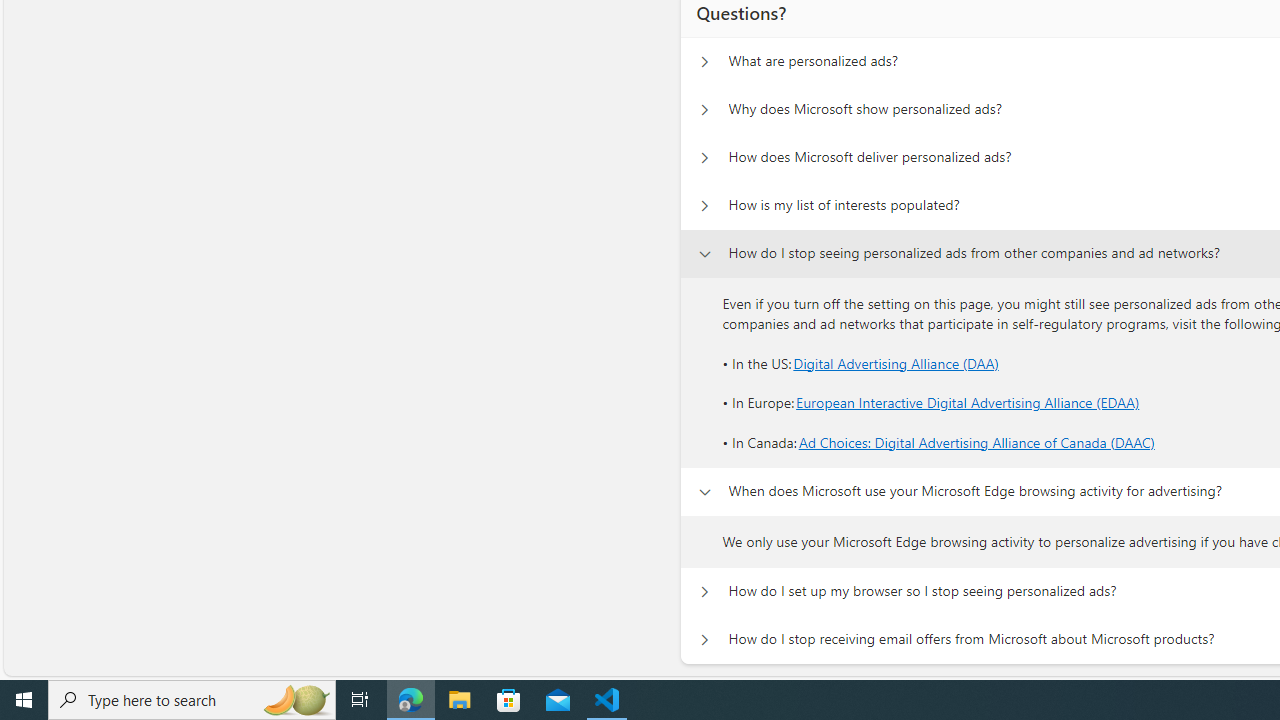 This screenshot has height=720, width=1280. What do you see at coordinates (895, 362) in the screenshot?
I see `'Digital Advertising Alliance (DAA)'` at bounding box center [895, 362].